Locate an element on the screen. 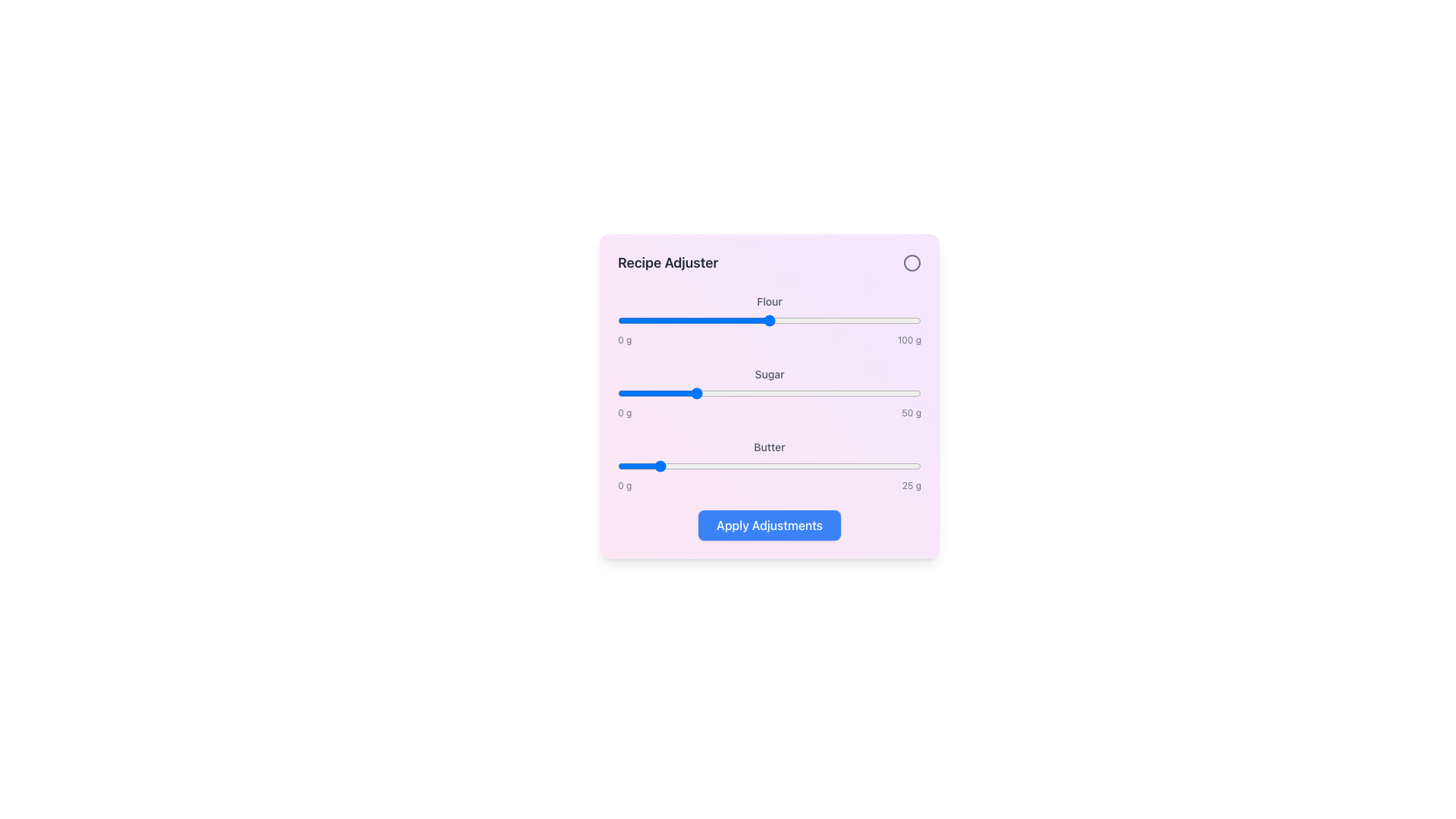 The height and width of the screenshot is (819, 1456). sugar level is located at coordinates (902, 393).